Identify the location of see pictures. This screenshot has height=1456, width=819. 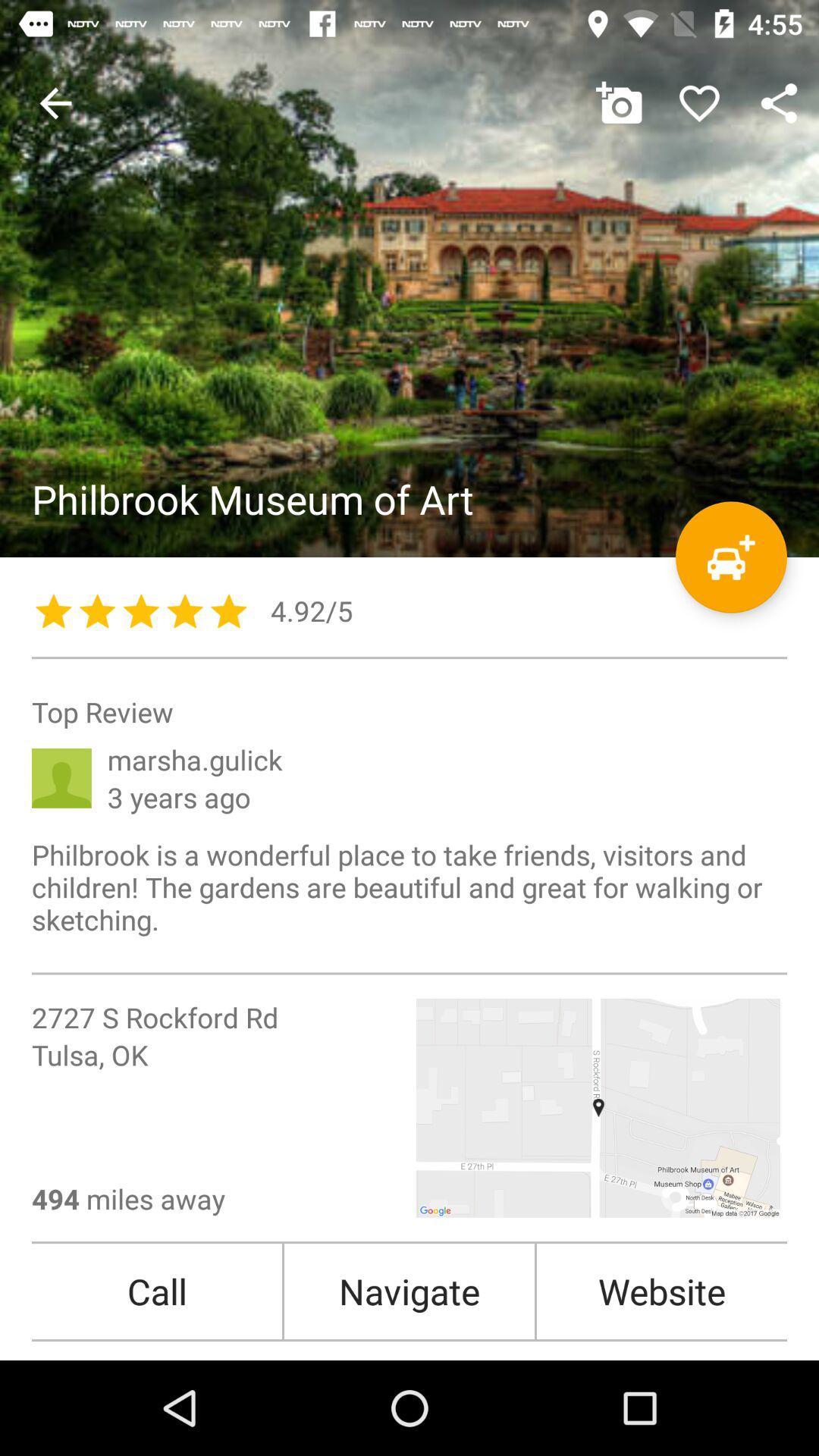
(409, 278).